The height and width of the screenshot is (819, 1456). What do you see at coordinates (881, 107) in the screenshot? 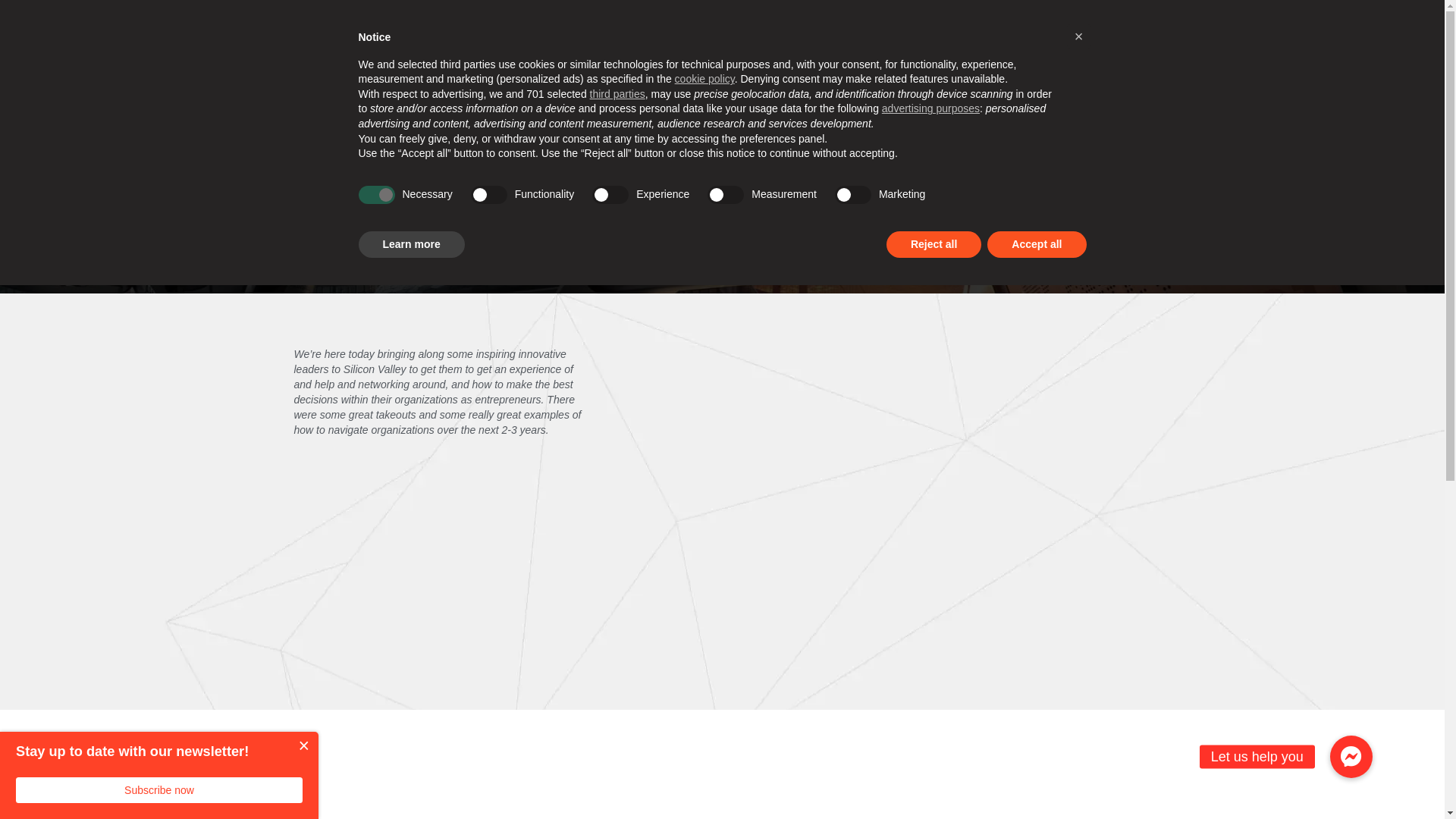
I see `'advertising purposes'` at bounding box center [881, 107].